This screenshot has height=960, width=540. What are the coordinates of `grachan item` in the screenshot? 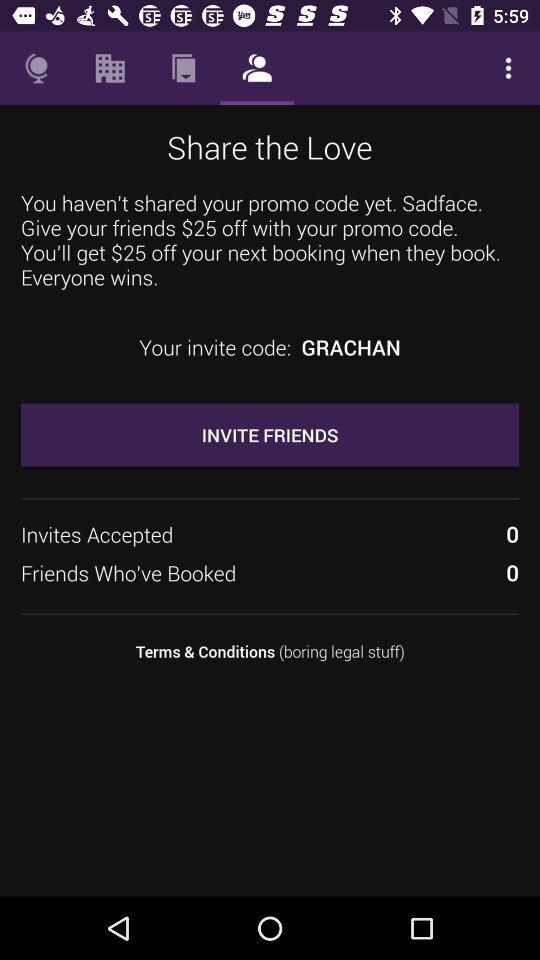 It's located at (350, 347).